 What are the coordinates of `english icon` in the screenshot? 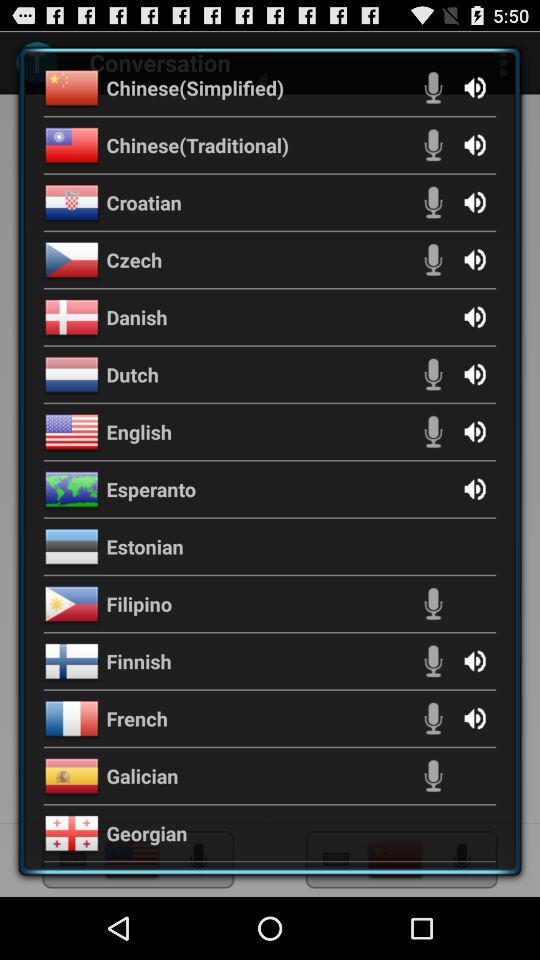 It's located at (138, 431).